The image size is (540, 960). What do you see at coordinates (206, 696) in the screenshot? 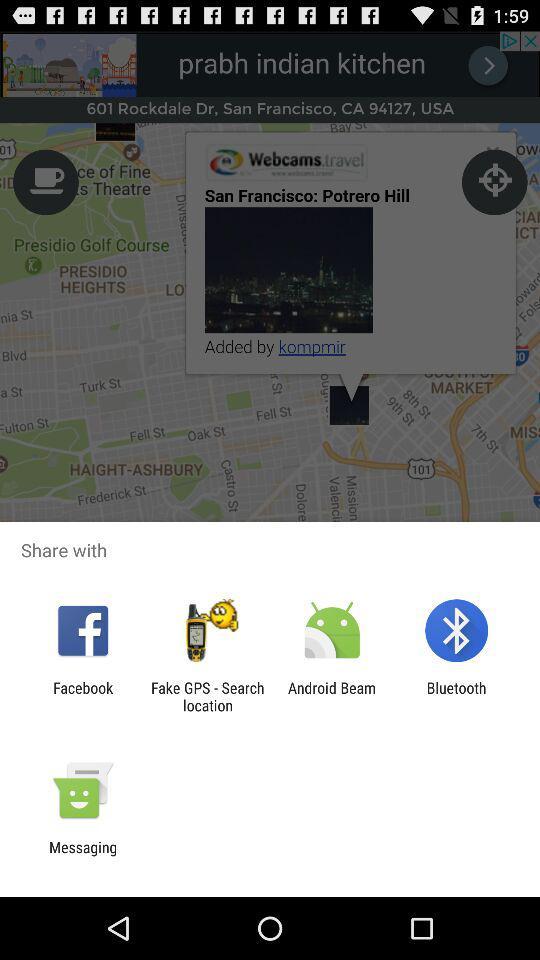
I see `item next to android beam item` at bounding box center [206, 696].